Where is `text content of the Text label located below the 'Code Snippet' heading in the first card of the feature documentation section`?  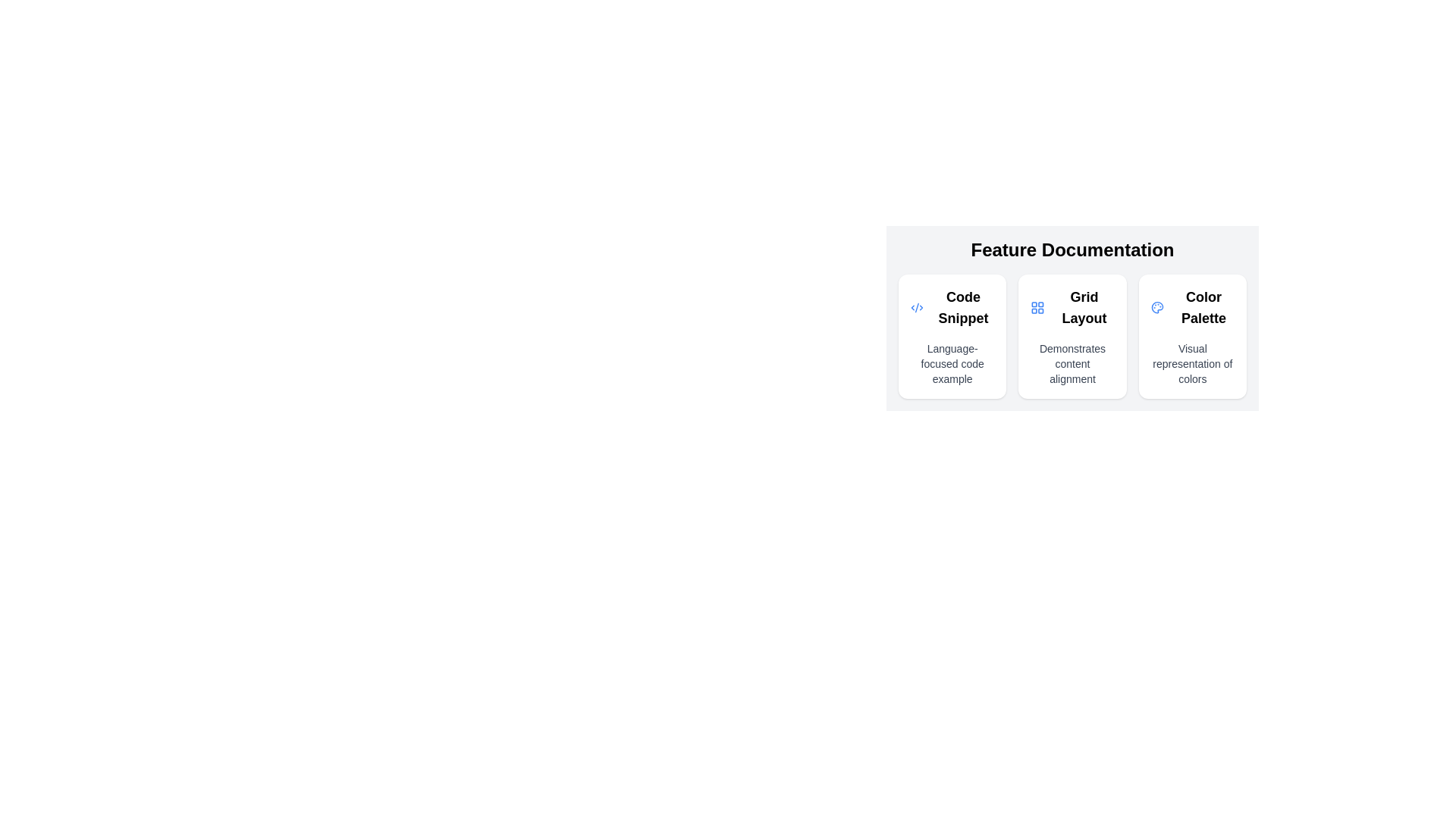
text content of the Text label located below the 'Code Snippet' heading in the first card of the feature documentation section is located at coordinates (952, 363).